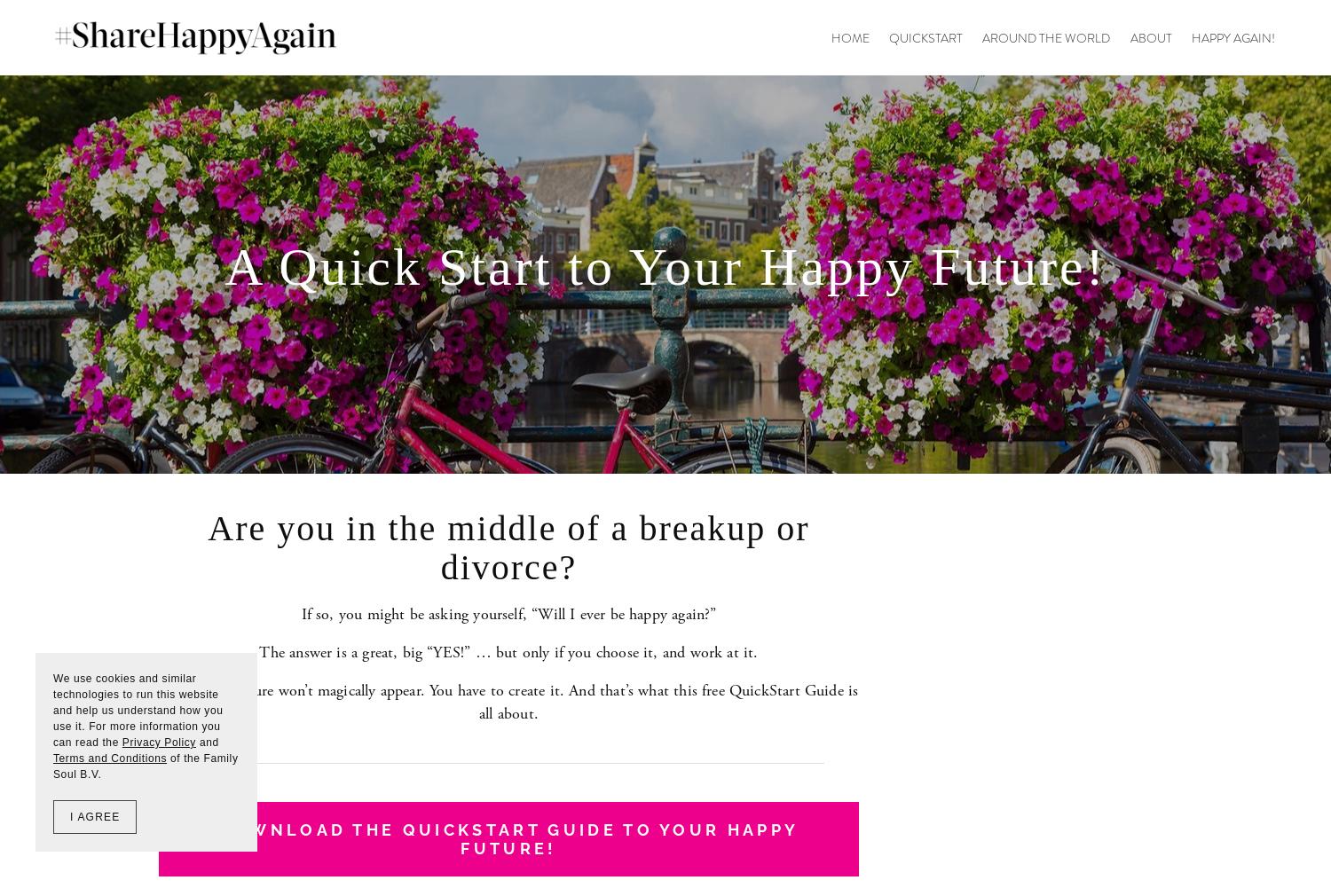 Image resolution: width=1331 pixels, height=896 pixels. Describe the element at coordinates (925, 36) in the screenshot. I see `'QUICKSTART'` at that location.